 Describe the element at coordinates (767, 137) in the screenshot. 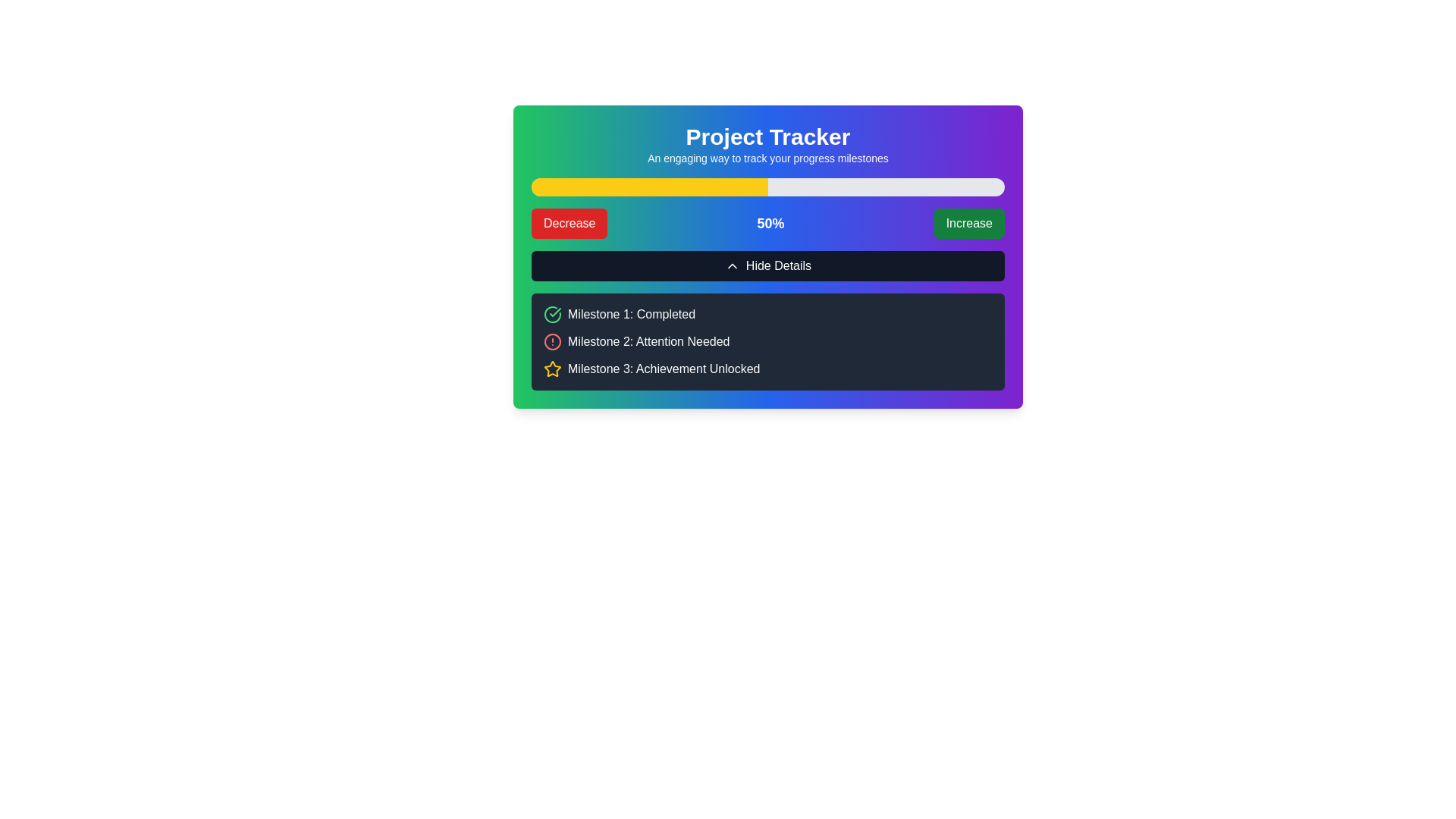

I see `text content of the large bold heading 'Project Tracker', which is prominently displayed in white against a colorful gradient background` at that location.